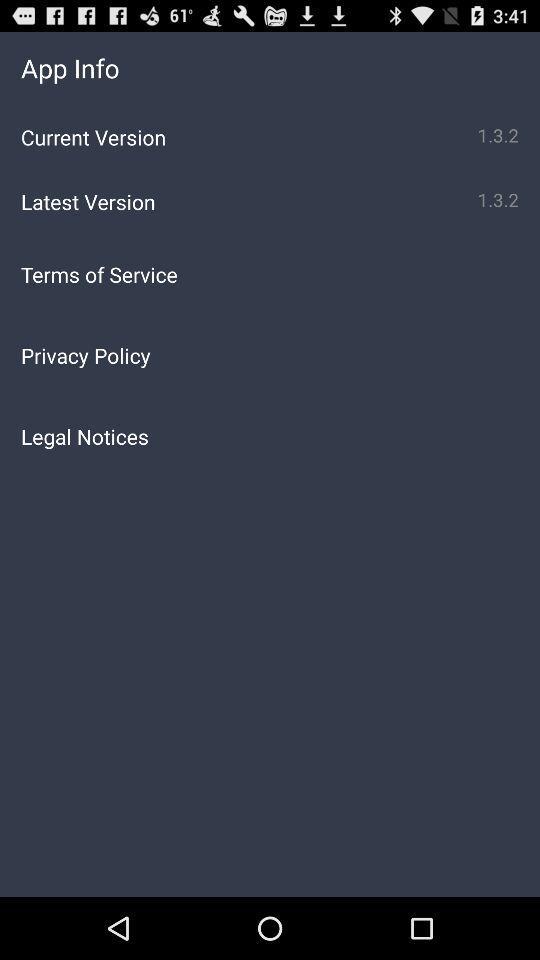 This screenshot has height=960, width=540. What do you see at coordinates (270, 273) in the screenshot?
I see `the icon above the privacy policy app` at bounding box center [270, 273].